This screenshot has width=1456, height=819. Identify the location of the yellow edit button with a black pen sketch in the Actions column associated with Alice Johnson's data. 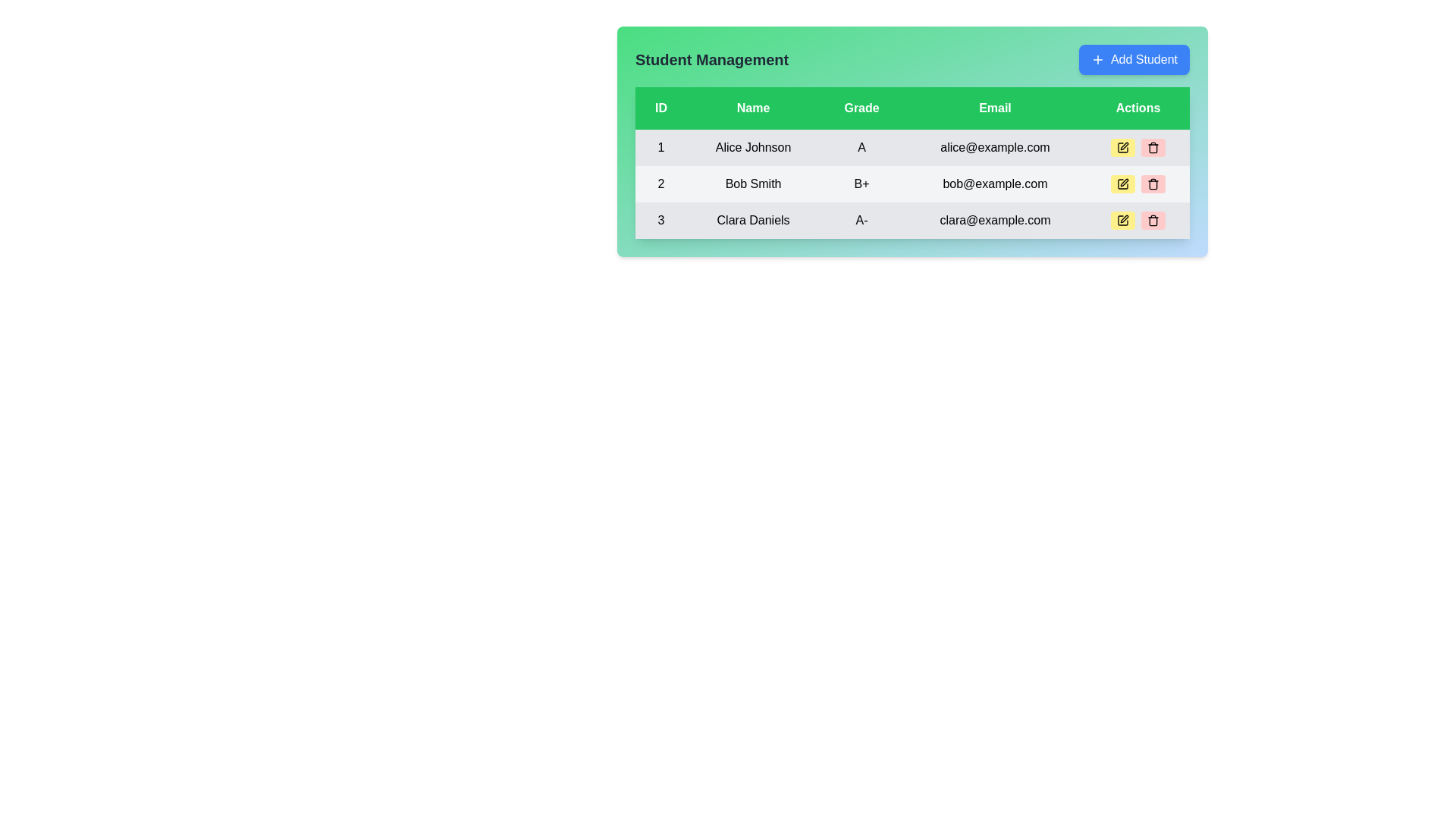
(1122, 148).